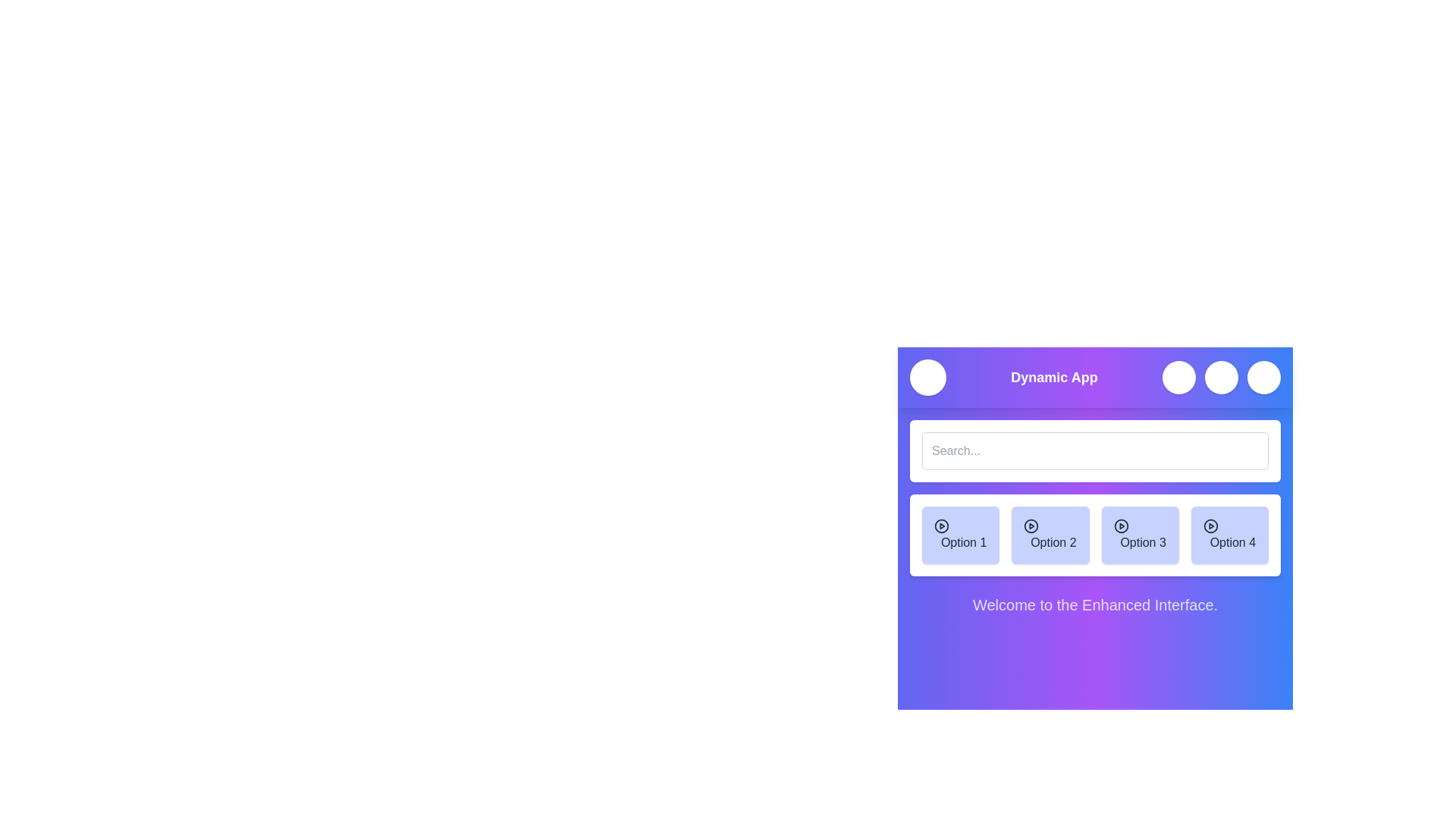 Image resolution: width=1456 pixels, height=819 pixels. What do you see at coordinates (1140, 534) in the screenshot?
I see `the menu option Option 3 to select it` at bounding box center [1140, 534].